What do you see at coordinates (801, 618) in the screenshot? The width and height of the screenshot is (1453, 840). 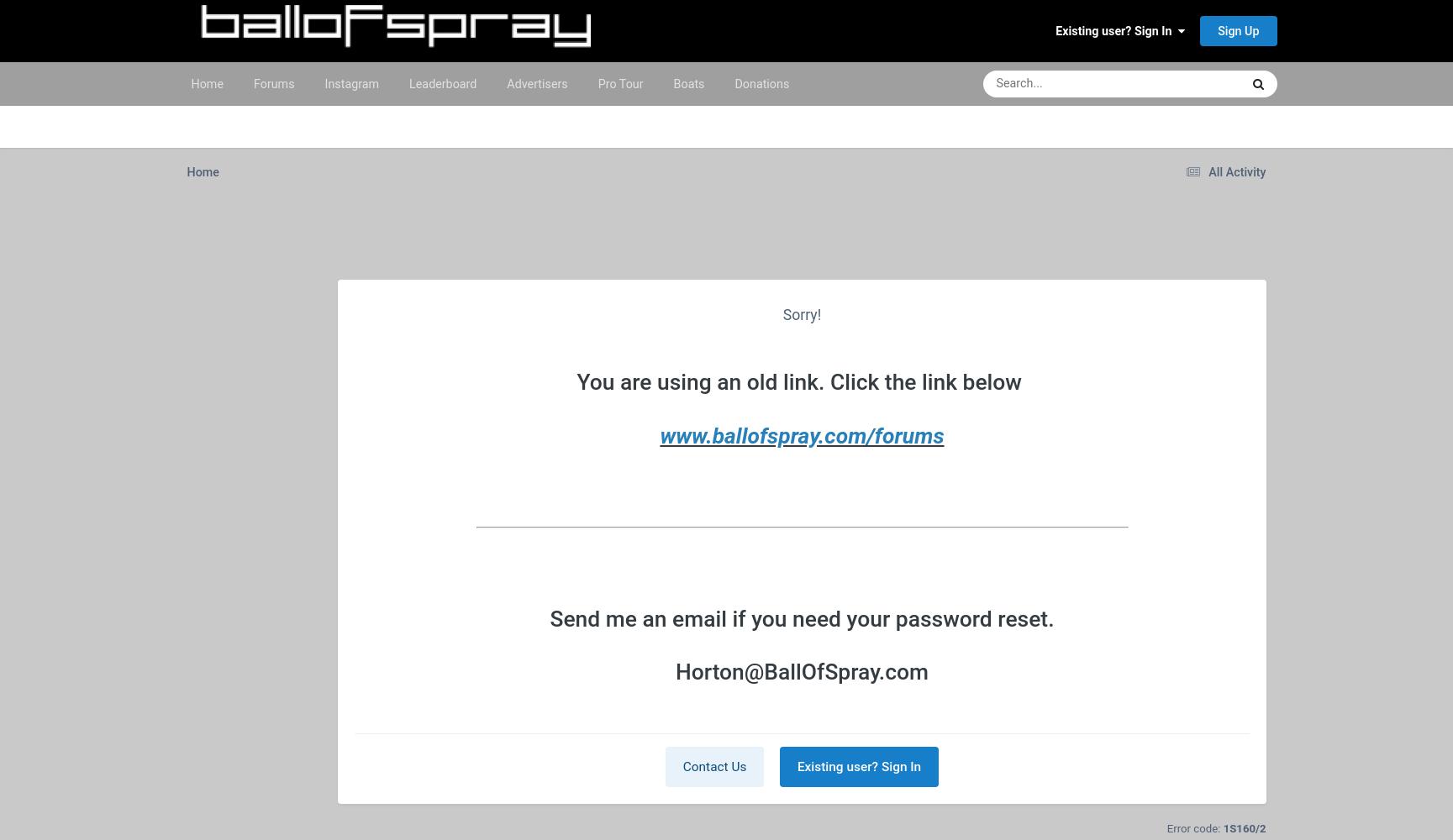 I see `'Send me an email if you need your password reset.'` at bounding box center [801, 618].